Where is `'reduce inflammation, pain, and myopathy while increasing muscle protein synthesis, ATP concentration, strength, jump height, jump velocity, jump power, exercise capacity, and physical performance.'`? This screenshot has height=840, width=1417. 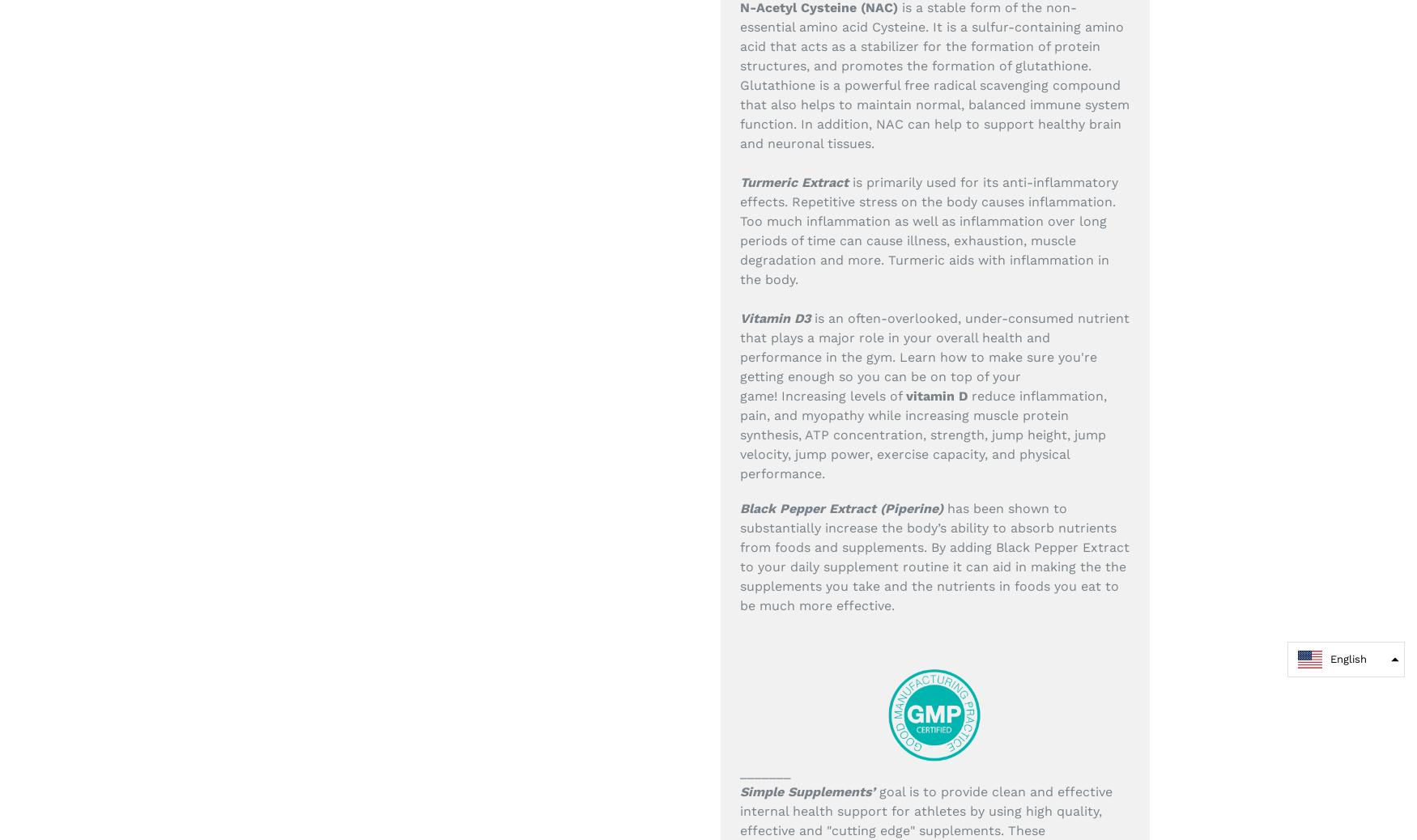 'reduce inflammation, pain, and myopathy while increasing muscle protein synthesis, ATP concentration, strength, jump height, jump velocity, jump power, exercise capacity, and physical performance.' is located at coordinates (922, 433).